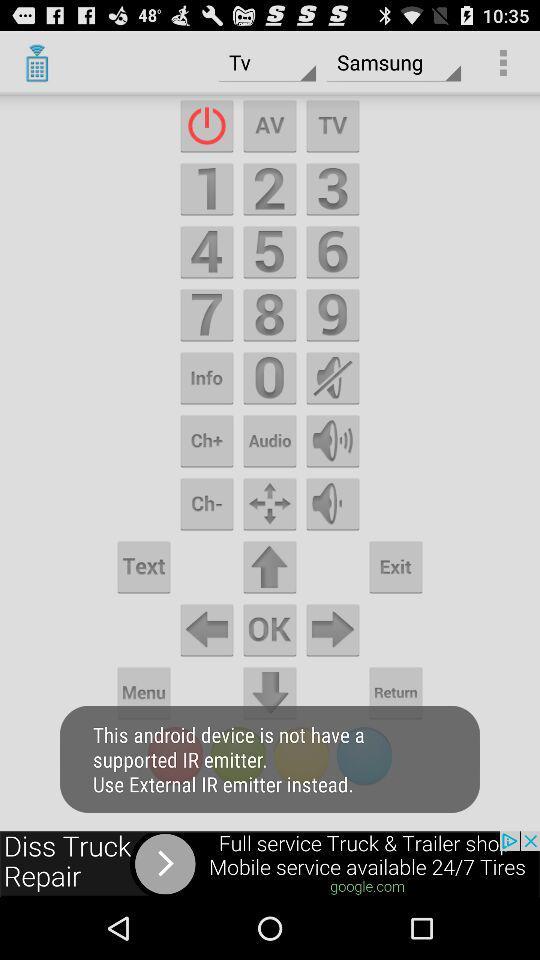 The image size is (540, 960). What do you see at coordinates (205, 133) in the screenshot?
I see `the power icon` at bounding box center [205, 133].